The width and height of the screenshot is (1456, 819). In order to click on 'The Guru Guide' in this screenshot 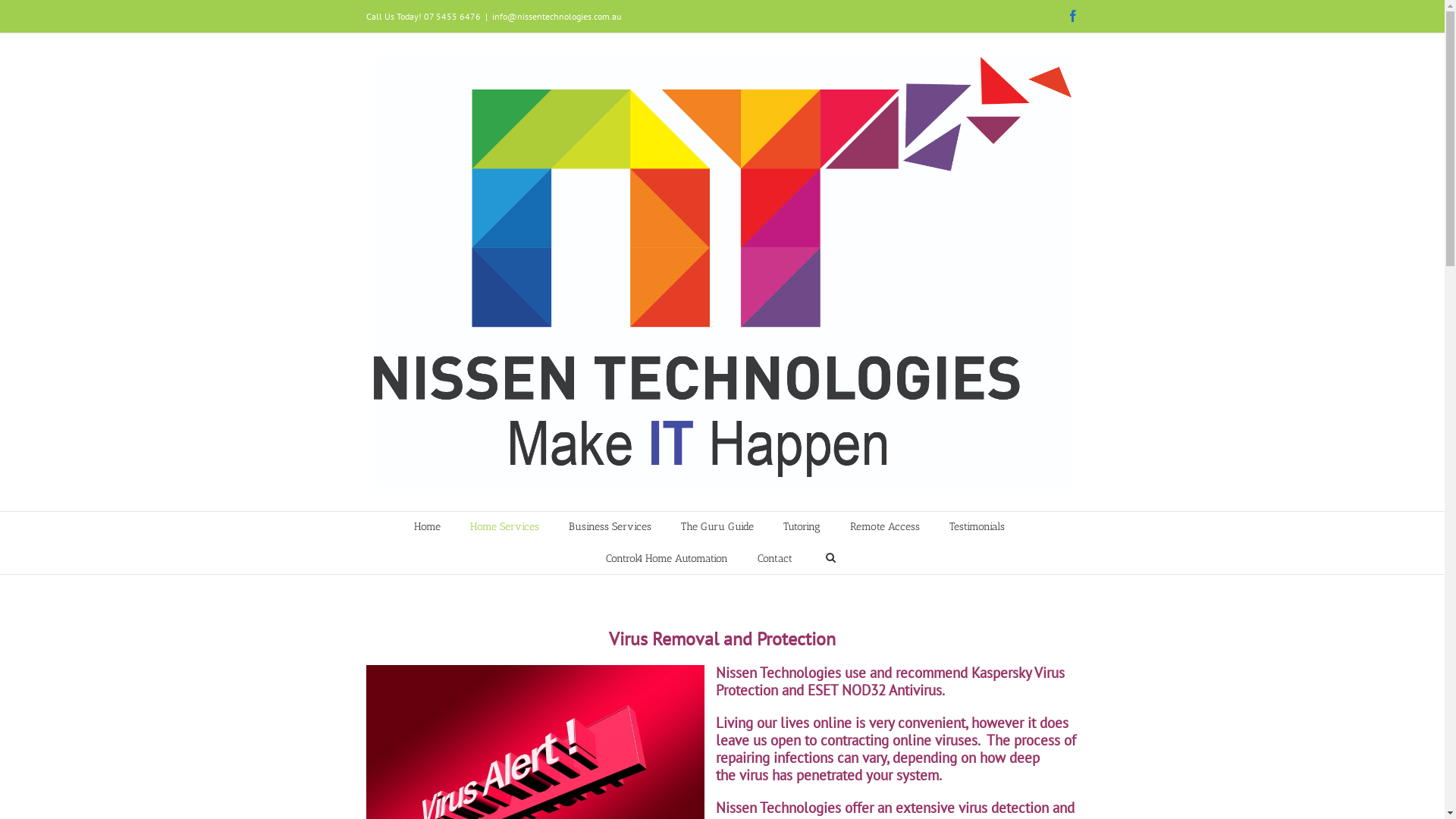, I will do `click(679, 526)`.